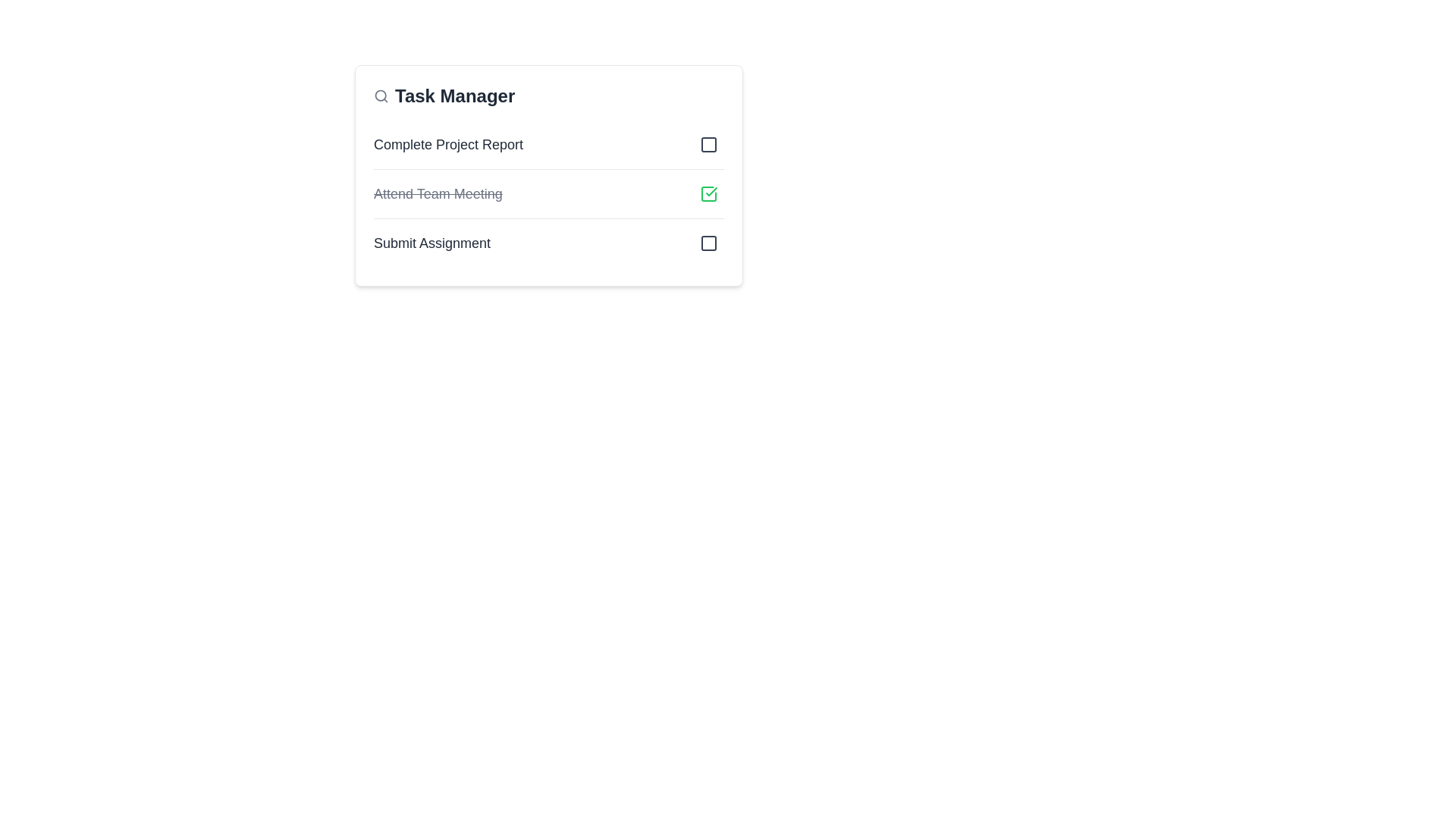 This screenshot has width=1456, height=819. Describe the element at coordinates (708, 193) in the screenshot. I see `the rectangular border of the checkbox for the 'Attend Team Meeting' task to mark or unmark the task` at that location.